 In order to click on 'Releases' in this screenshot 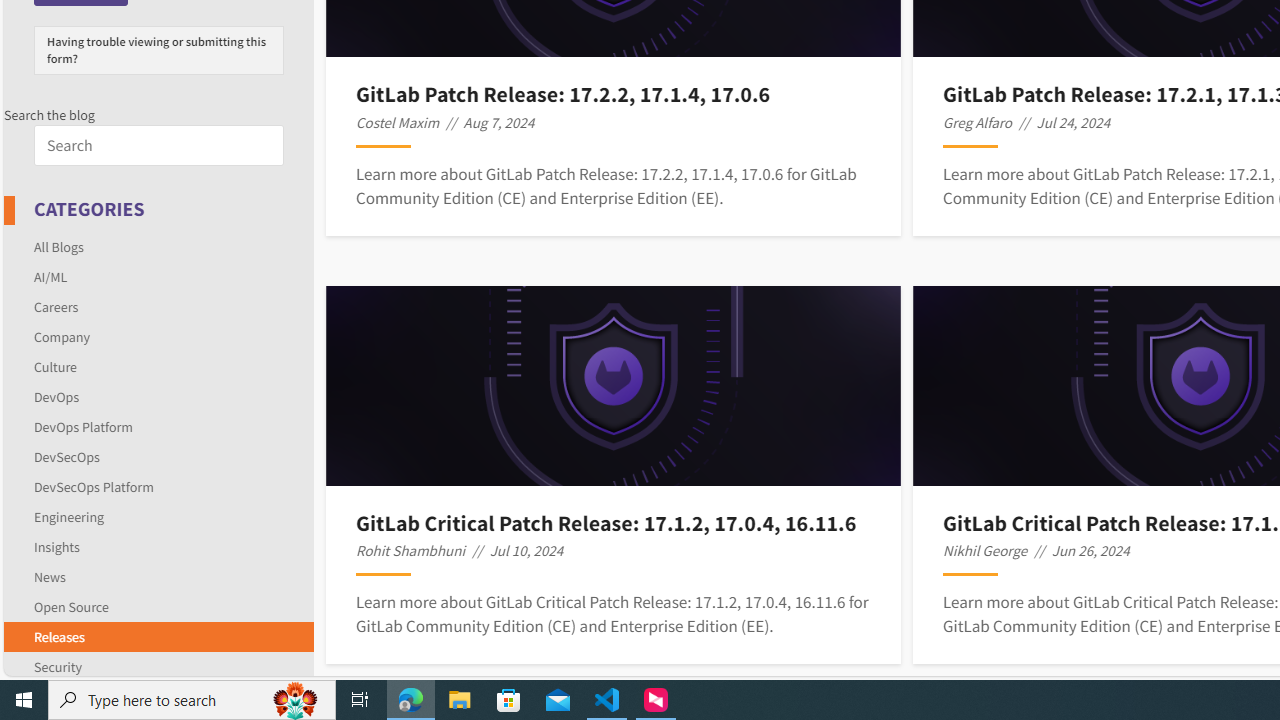, I will do `click(59, 636)`.